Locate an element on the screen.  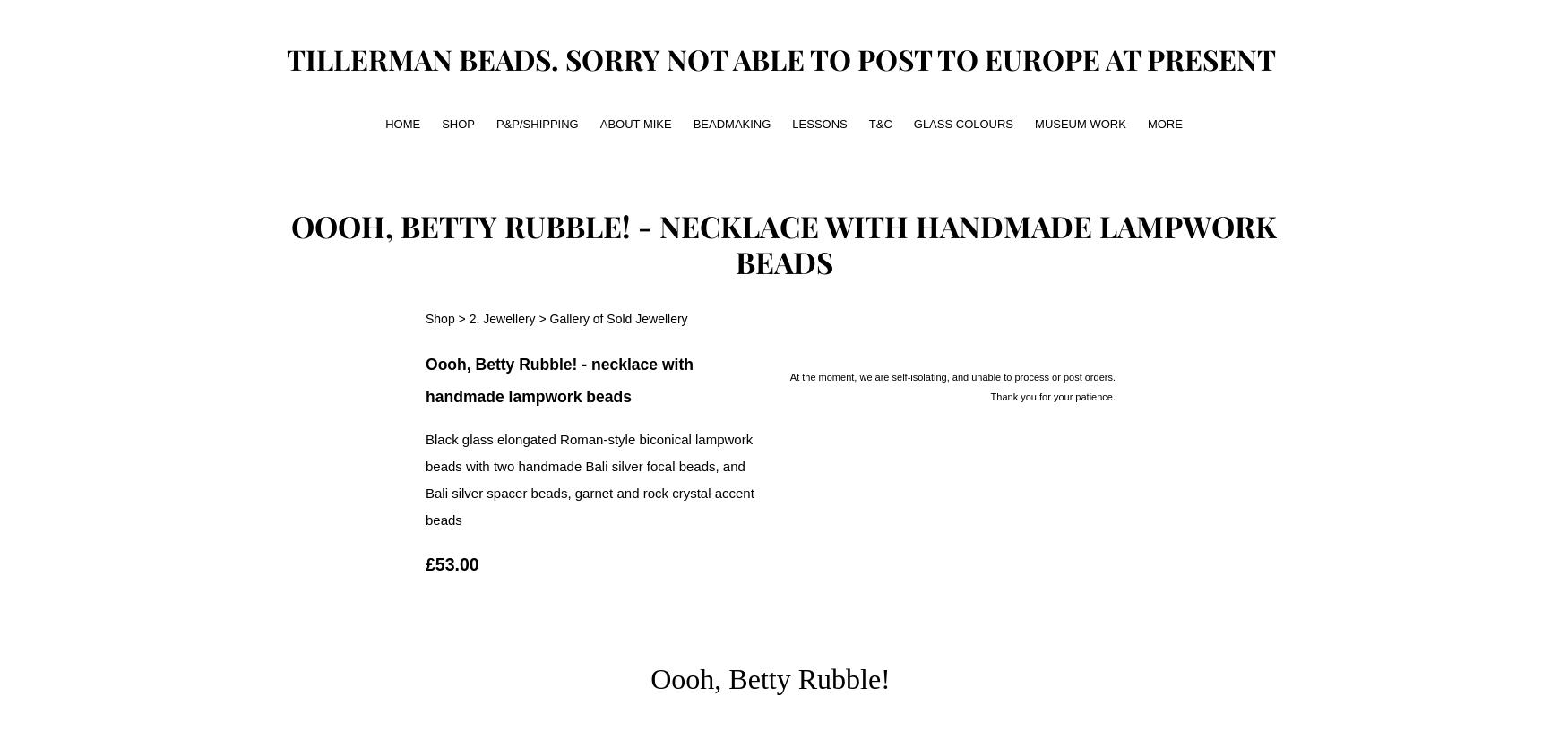
'Museum Work' is located at coordinates (1034, 122).